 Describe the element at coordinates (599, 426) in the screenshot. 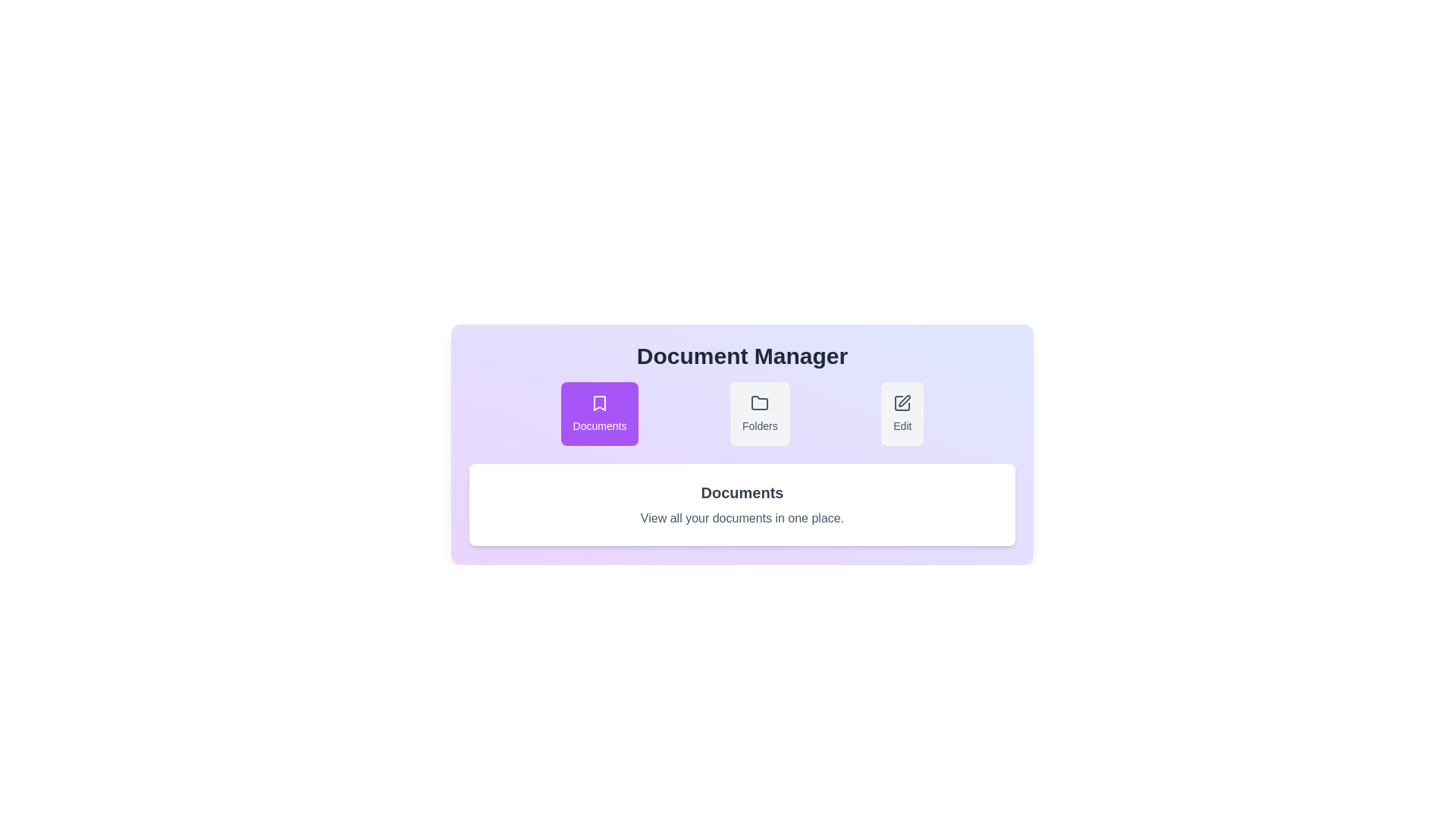

I see `the text label displaying 'Documents' in white font on a purple background, located below the bookmark icon in the leftmost button of three at the center top of the UI` at that location.